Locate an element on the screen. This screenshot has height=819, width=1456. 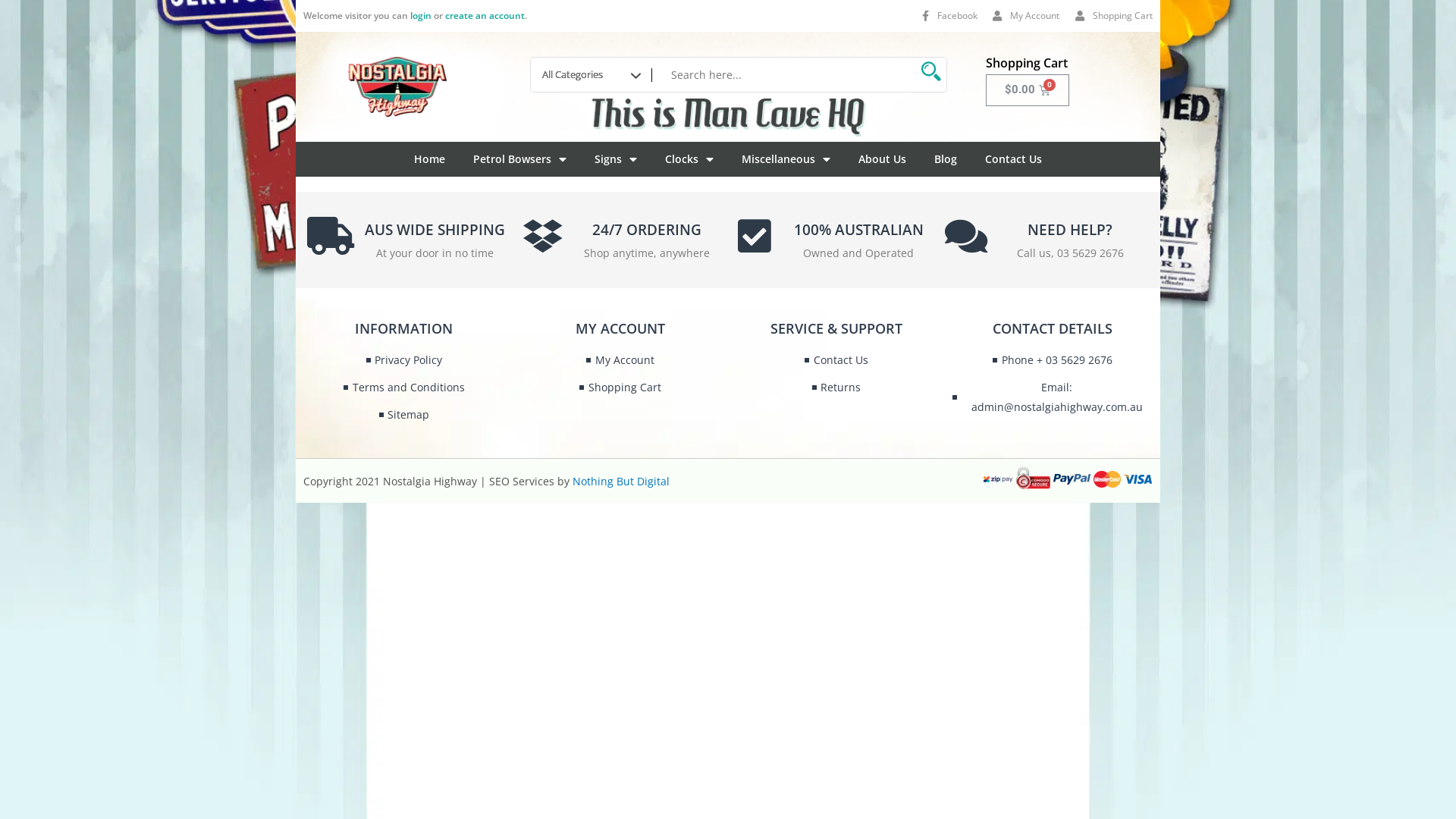
'Clocks' is located at coordinates (665, 158).